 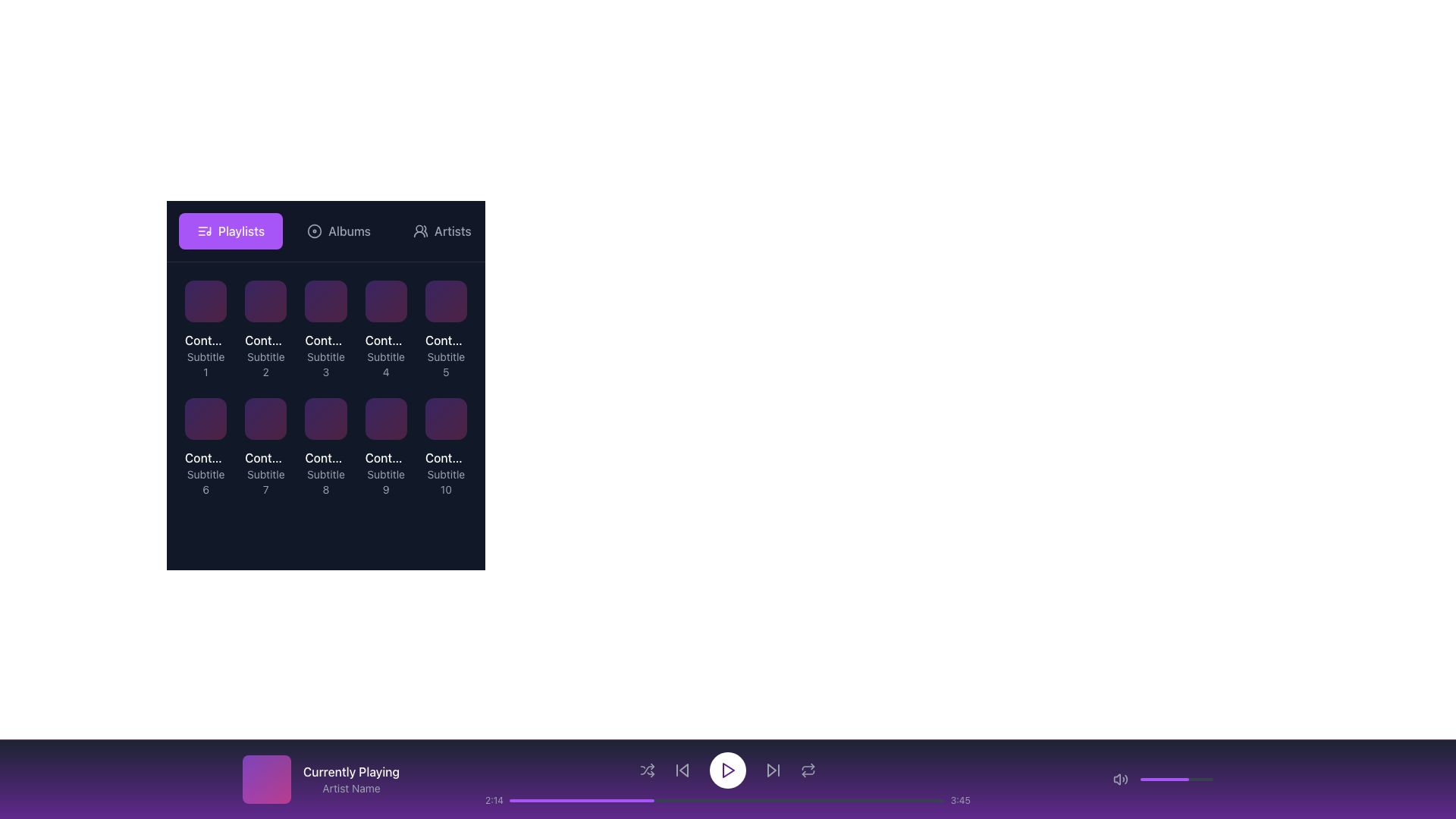 I want to click on the static text label reading 'Subtitle 1', which is styled in gray and located beneath 'Content Title 1' within the grid layout, so click(x=205, y=365).